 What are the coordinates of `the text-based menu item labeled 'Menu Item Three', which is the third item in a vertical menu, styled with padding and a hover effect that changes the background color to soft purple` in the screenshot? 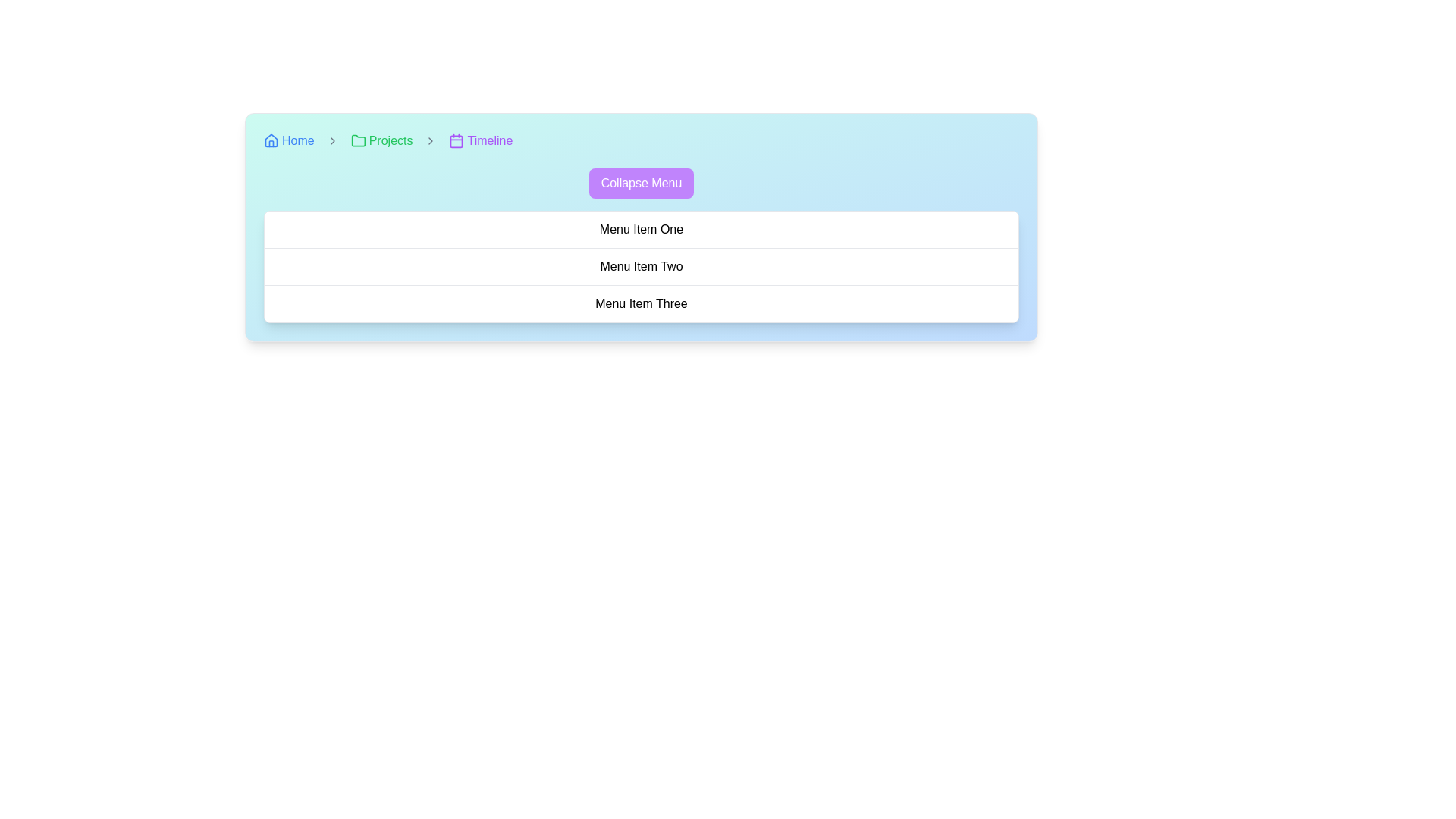 It's located at (641, 303).